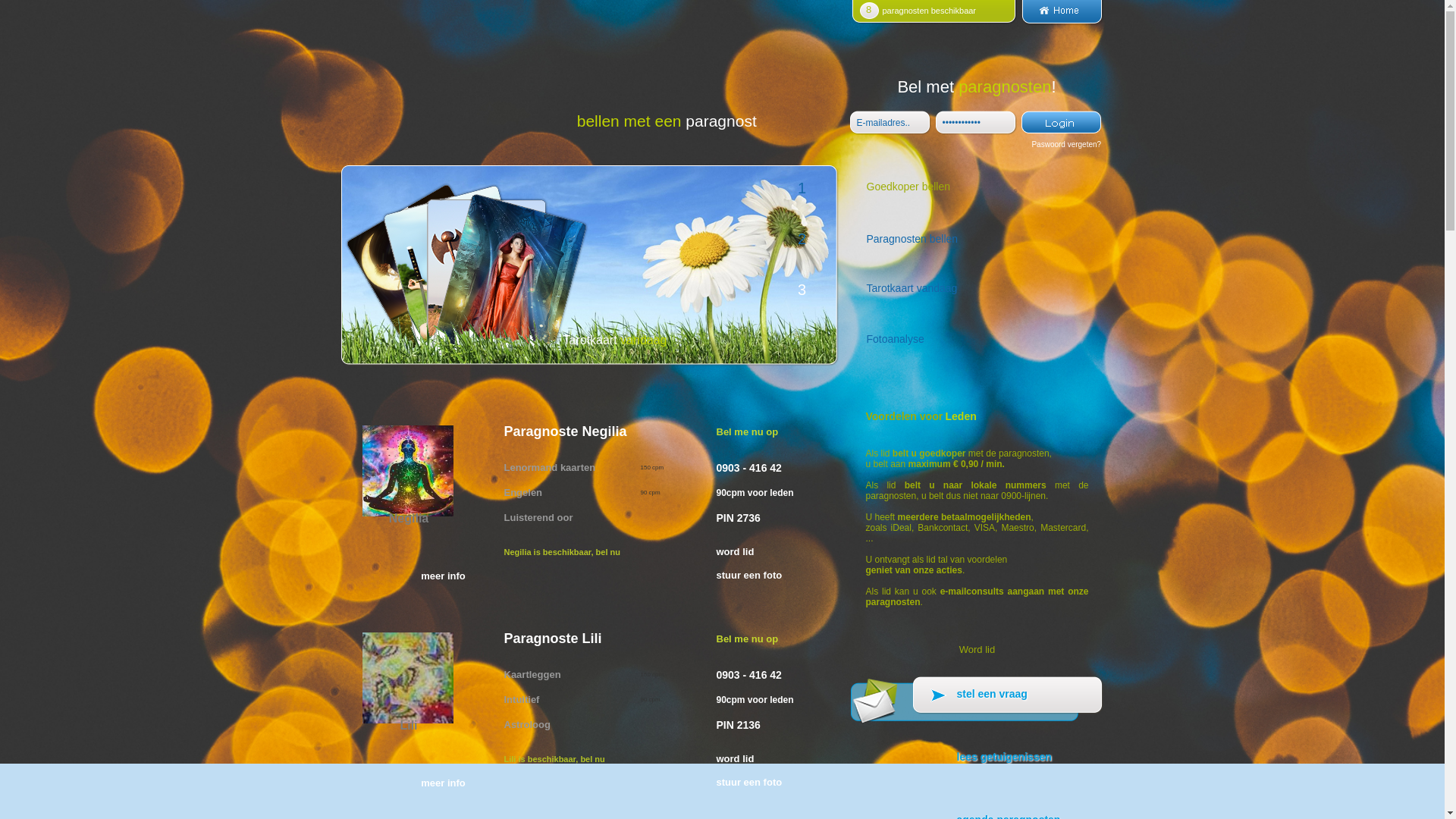 This screenshot has width=1456, height=819. I want to click on 'Kaartleggen', so click(503, 673).